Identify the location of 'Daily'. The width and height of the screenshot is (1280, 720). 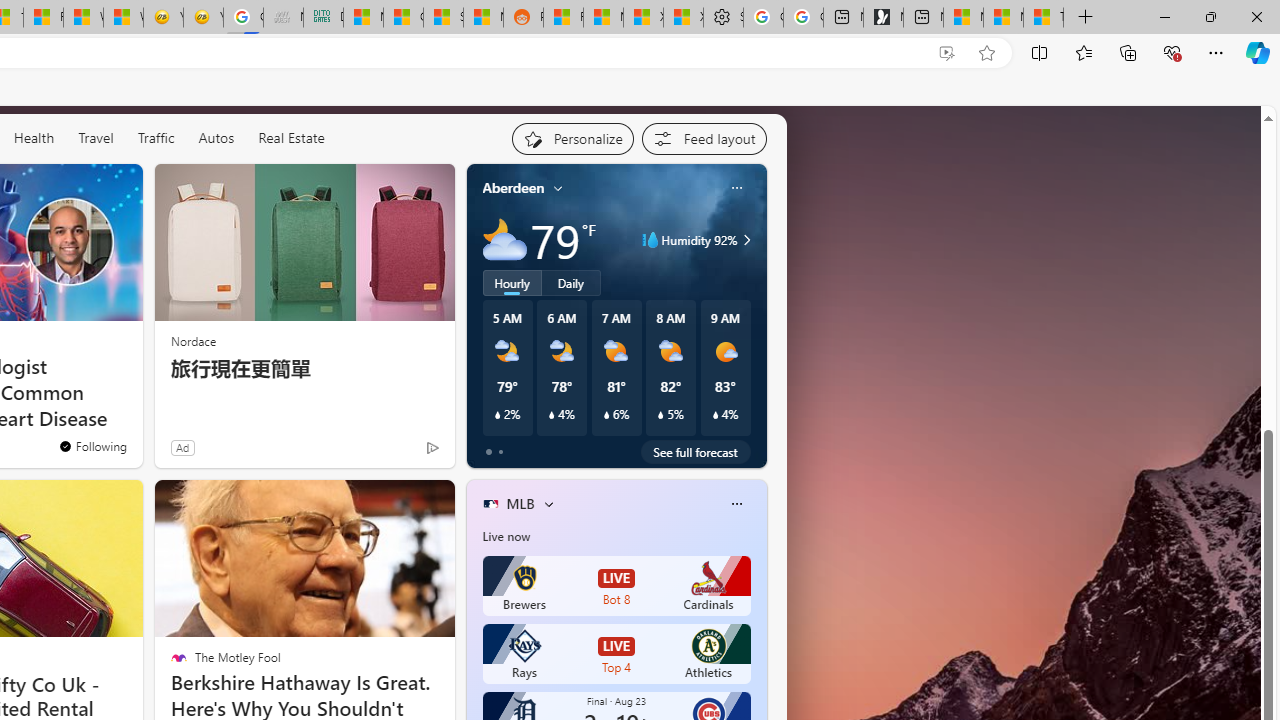
(570, 282).